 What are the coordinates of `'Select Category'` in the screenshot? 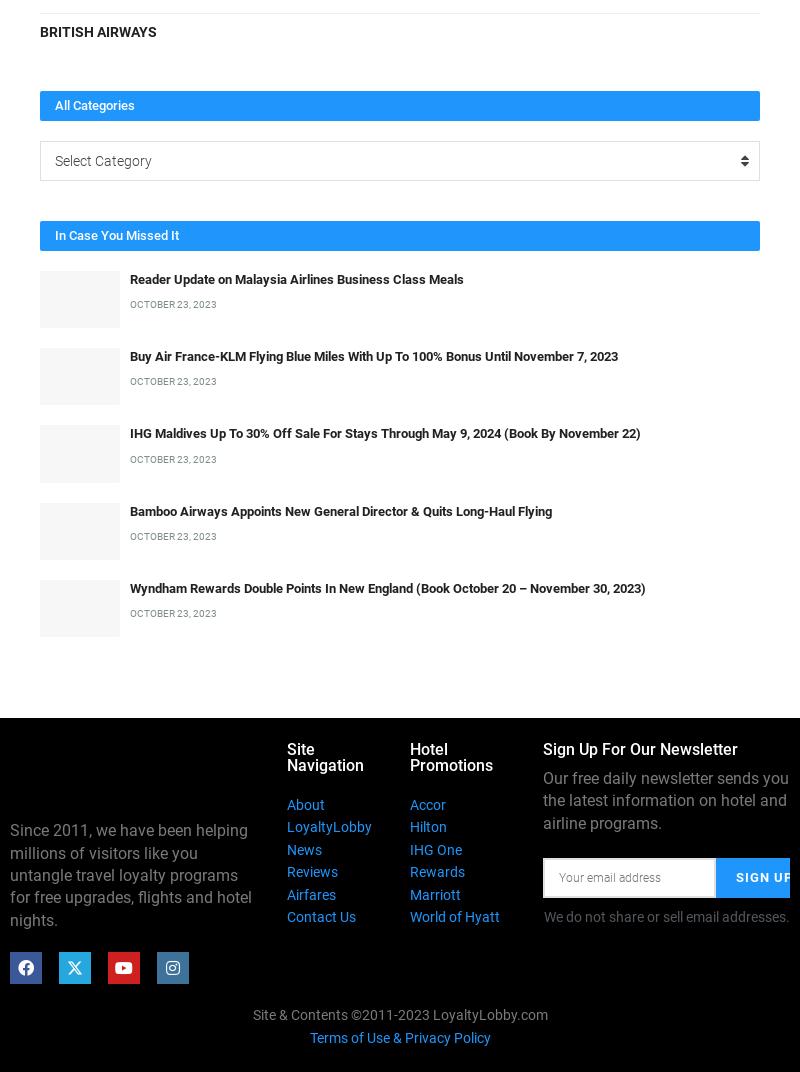 It's located at (102, 160).